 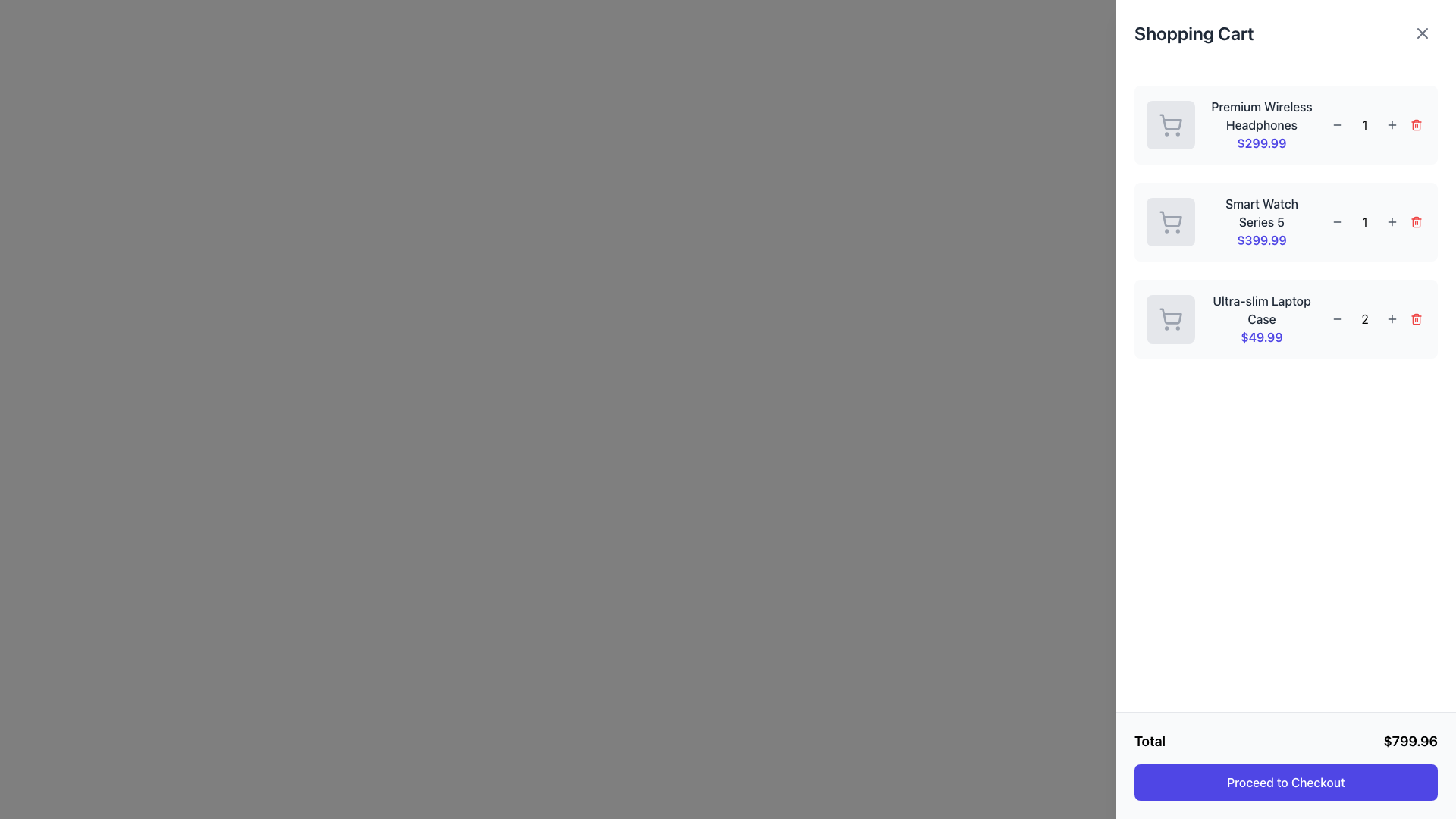 I want to click on the 'X' icon in the top-right corner of the Shopping Cart panel, so click(x=1422, y=33).